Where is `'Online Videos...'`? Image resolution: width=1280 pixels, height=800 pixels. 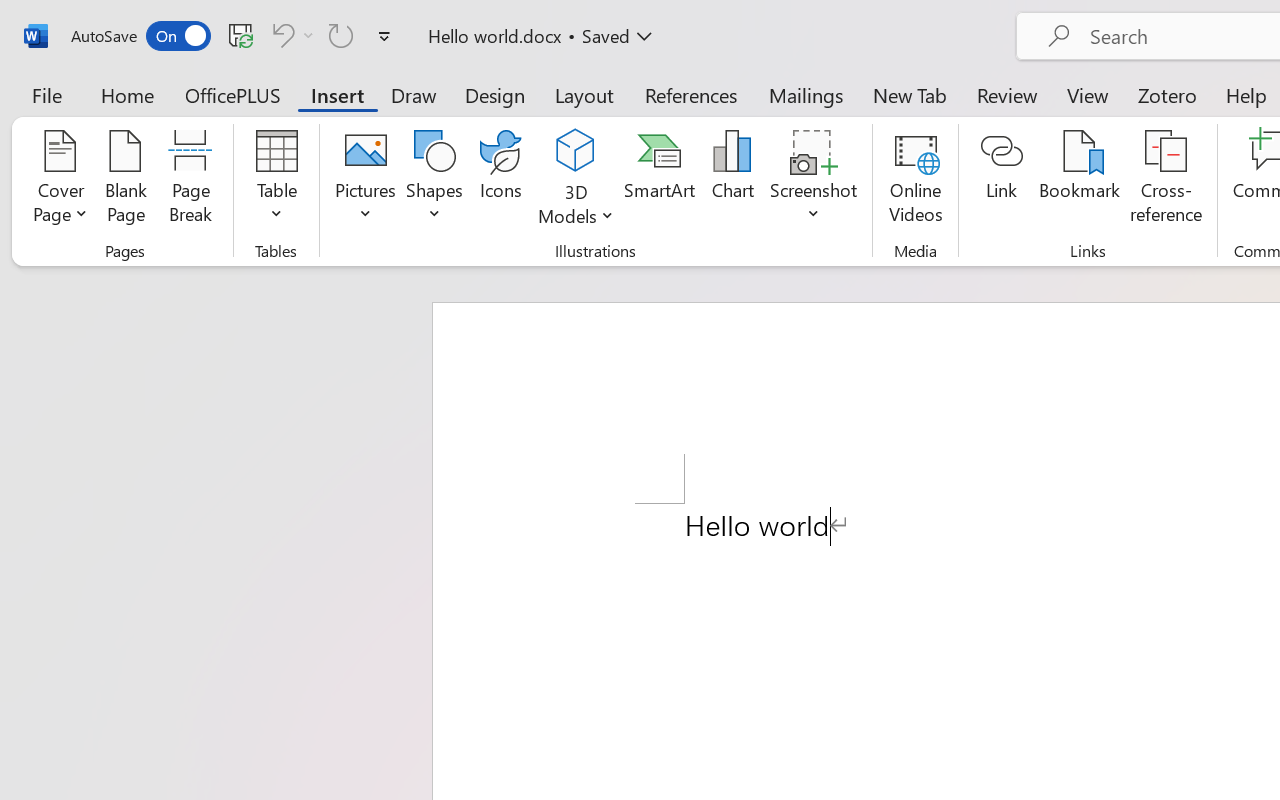 'Online Videos...' is located at coordinates (914, 179).